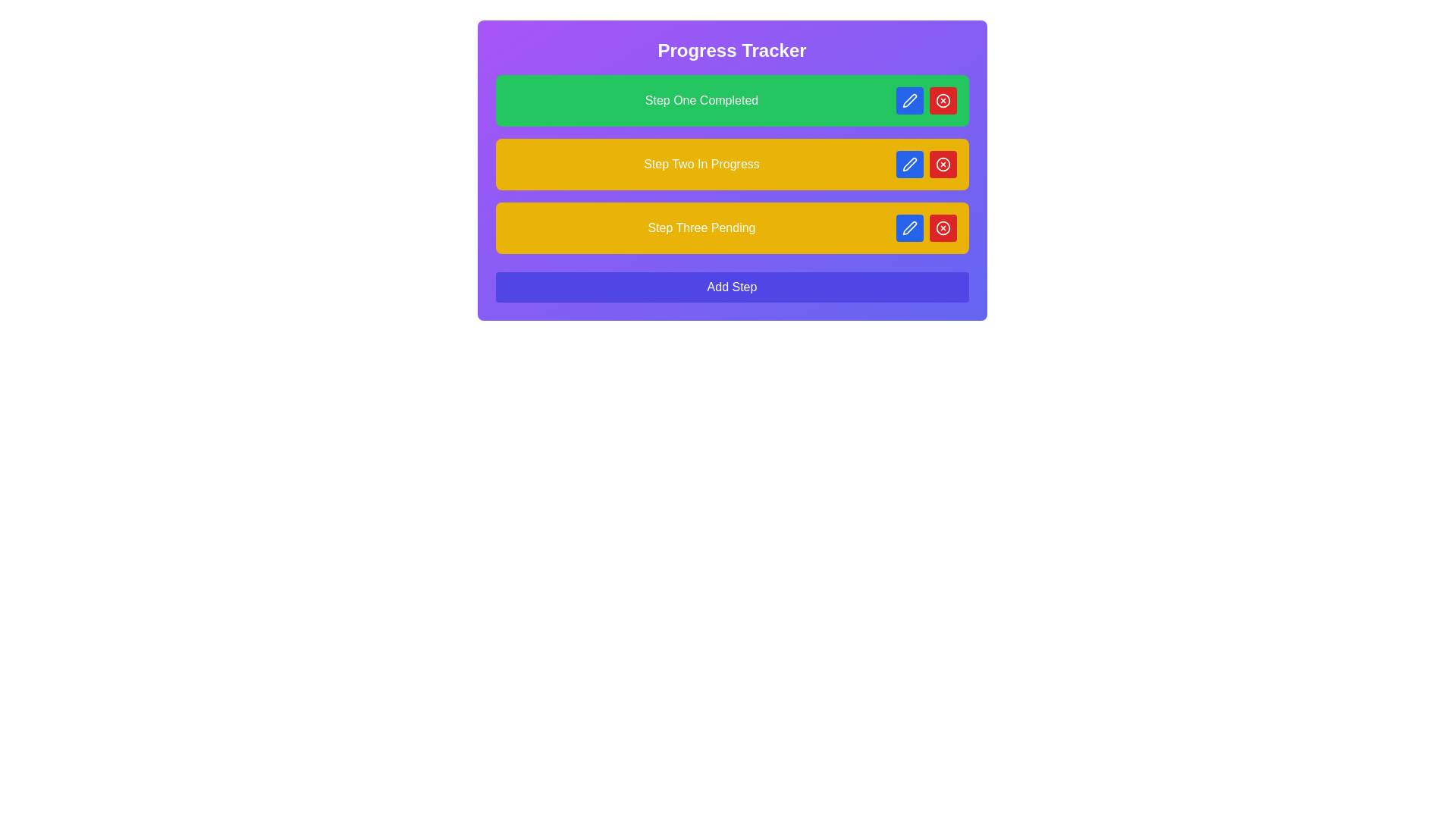 Image resolution: width=1456 pixels, height=819 pixels. What do you see at coordinates (909, 100) in the screenshot?
I see `the leftmost button in the progress tracker associated with 'Step One Completed' to initiate editing functionality for the step` at bounding box center [909, 100].